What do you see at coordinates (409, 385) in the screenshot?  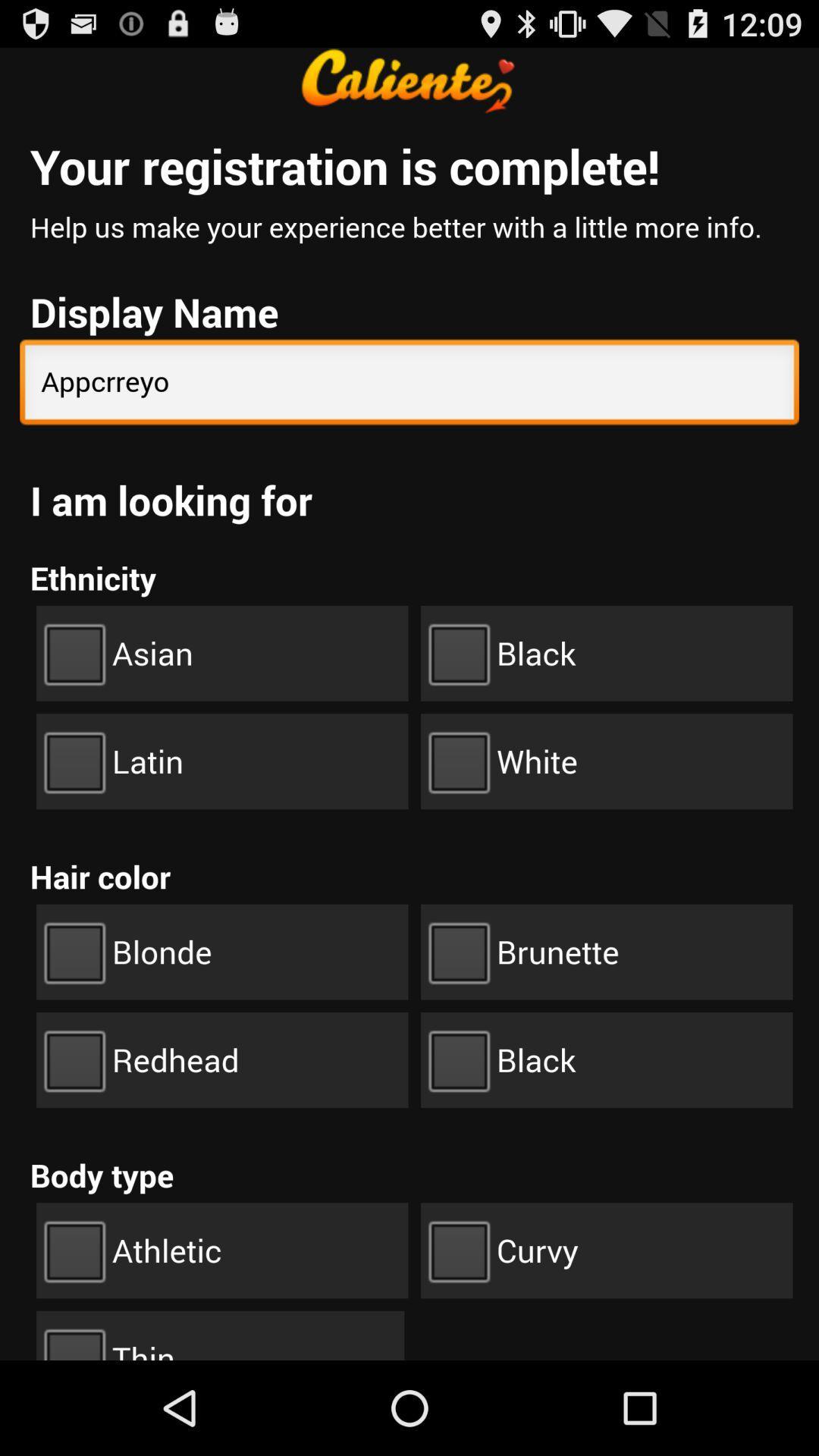 I see `the first text field on the web page` at bounding box center [409, 385].